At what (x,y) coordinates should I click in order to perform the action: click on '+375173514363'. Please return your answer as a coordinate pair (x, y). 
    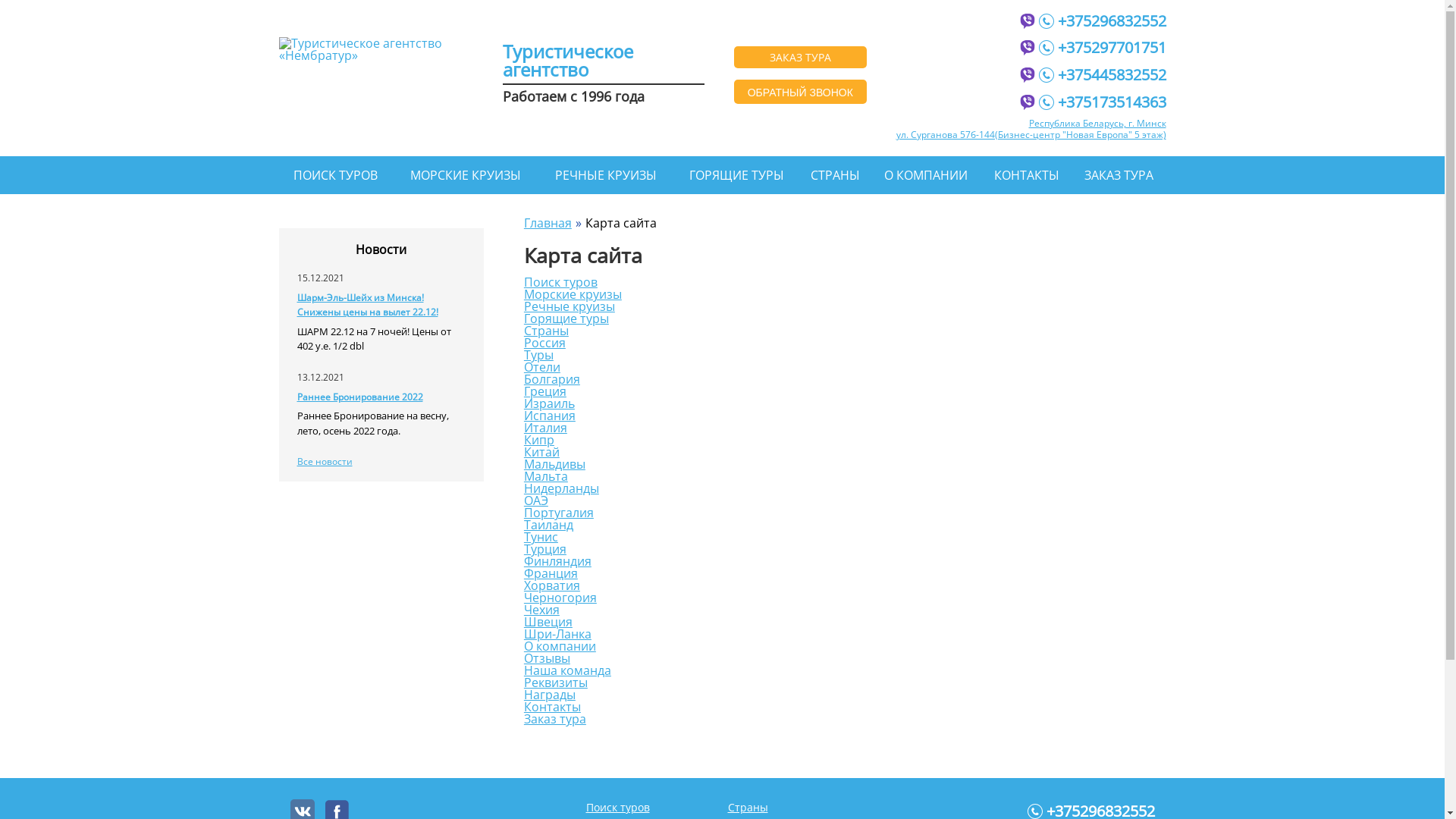
    Looking at the image, I should click on (1103, 100).